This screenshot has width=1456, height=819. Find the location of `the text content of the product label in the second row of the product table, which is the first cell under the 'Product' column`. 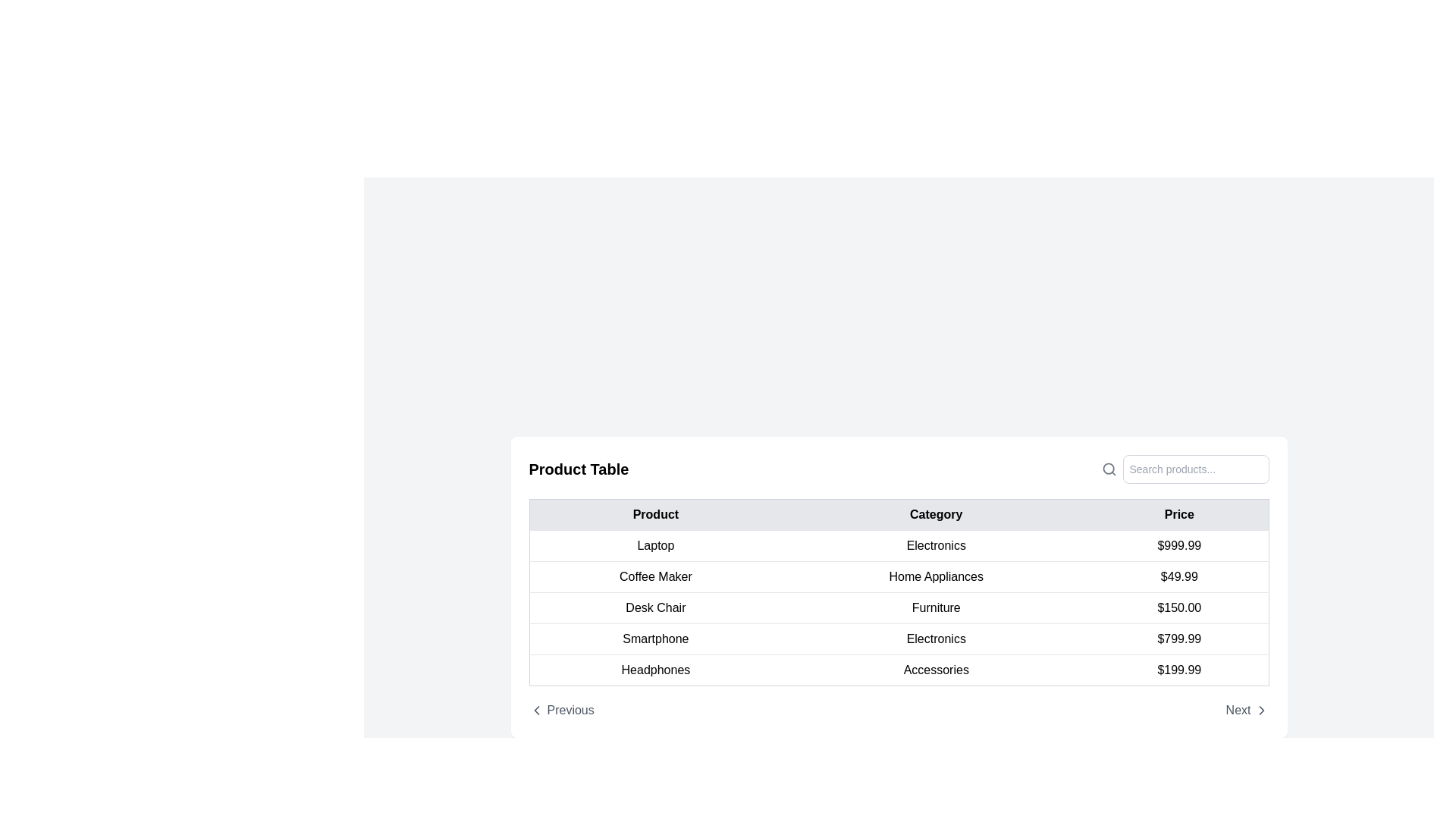

the text content of the product label in the second row of the product table, which is the first cell under the 'Product' column is located at coordinates (655, 576).